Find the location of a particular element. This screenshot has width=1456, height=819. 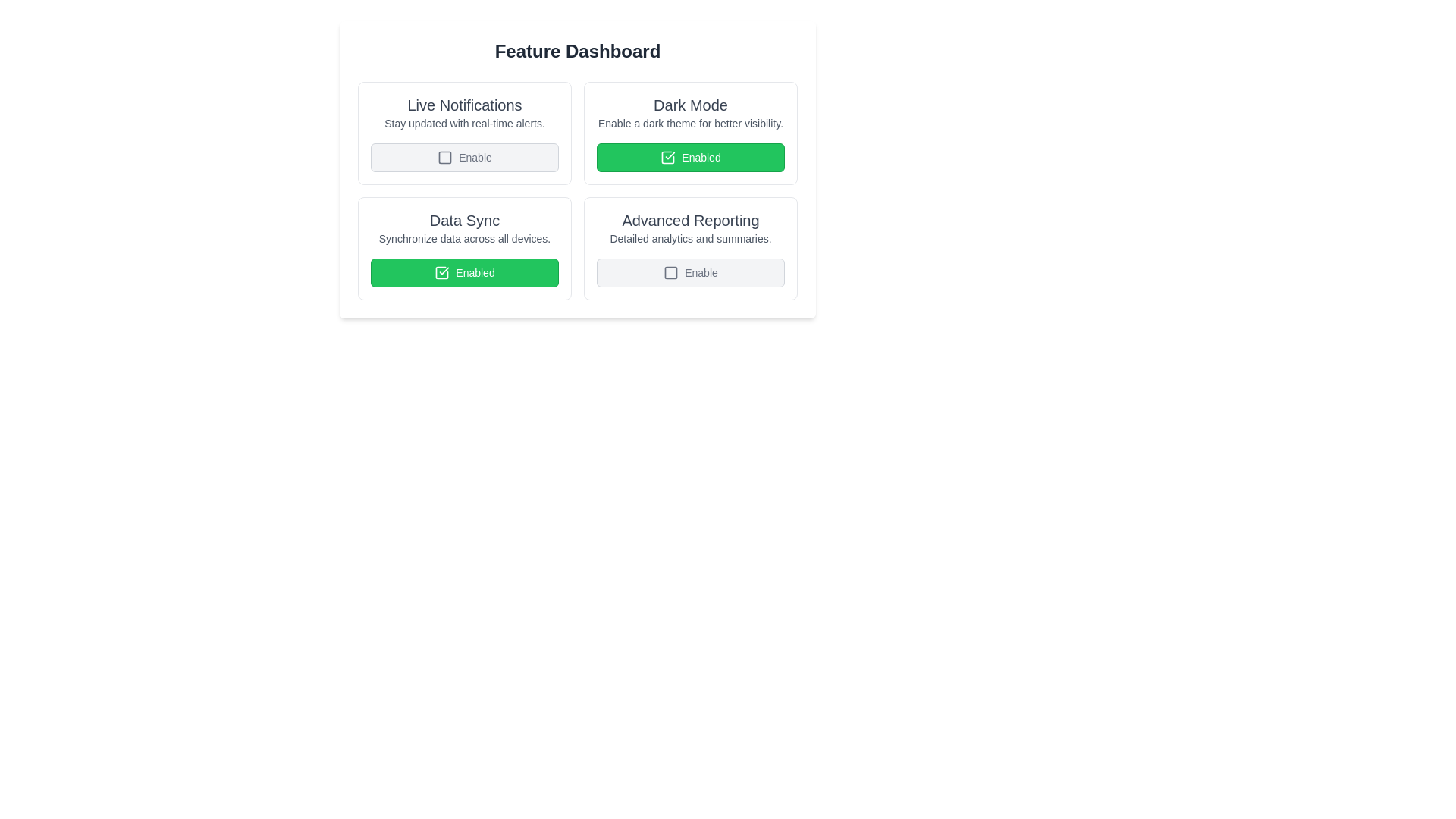

the 'Live Notifications' text label, which is styled in bold and larger size, located above the descriptive text 'Stay updated with real-time alerts.' is located at coordinates (464, 104).